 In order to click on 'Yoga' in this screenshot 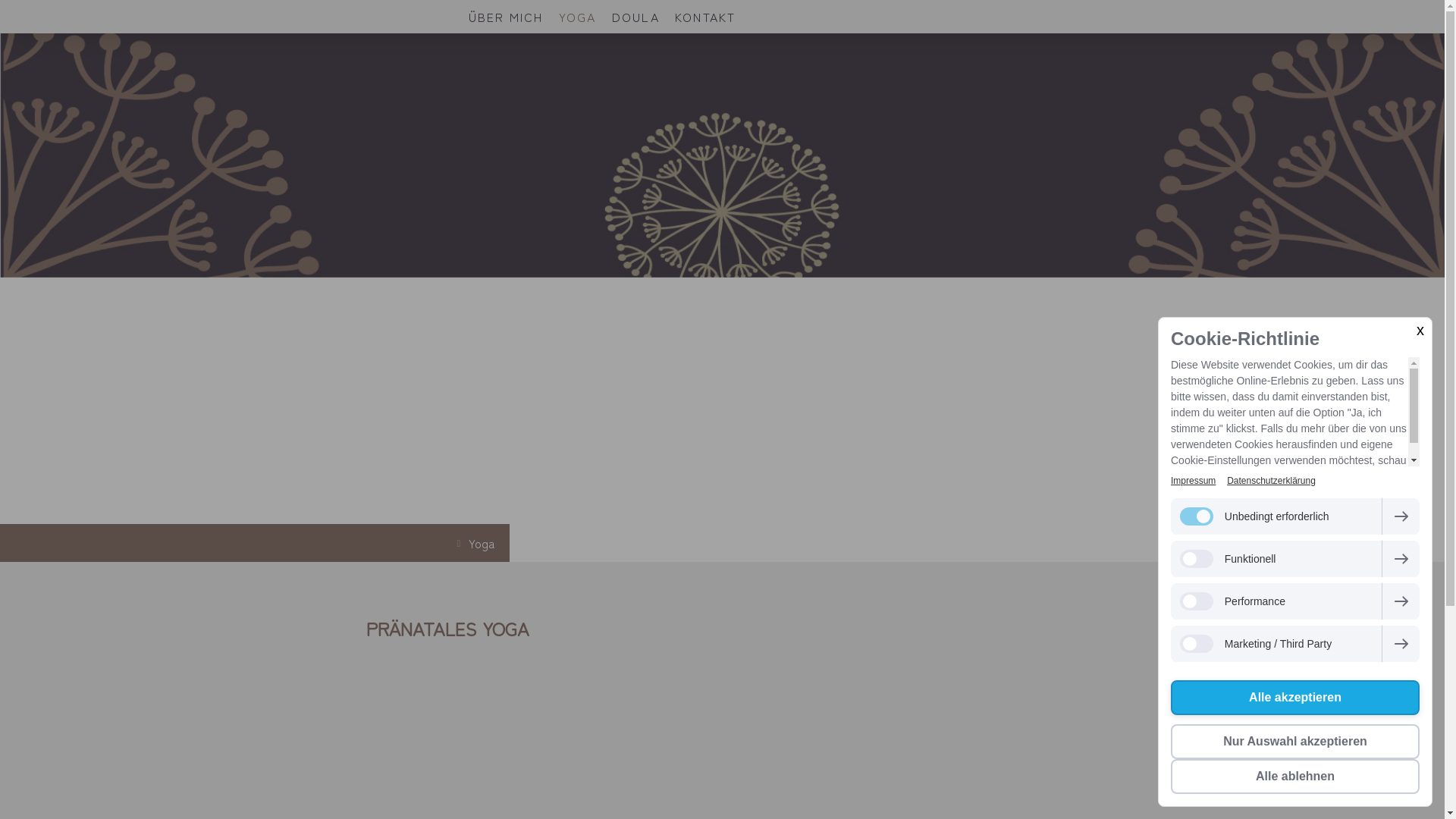, I will do `click(476, 542)`.